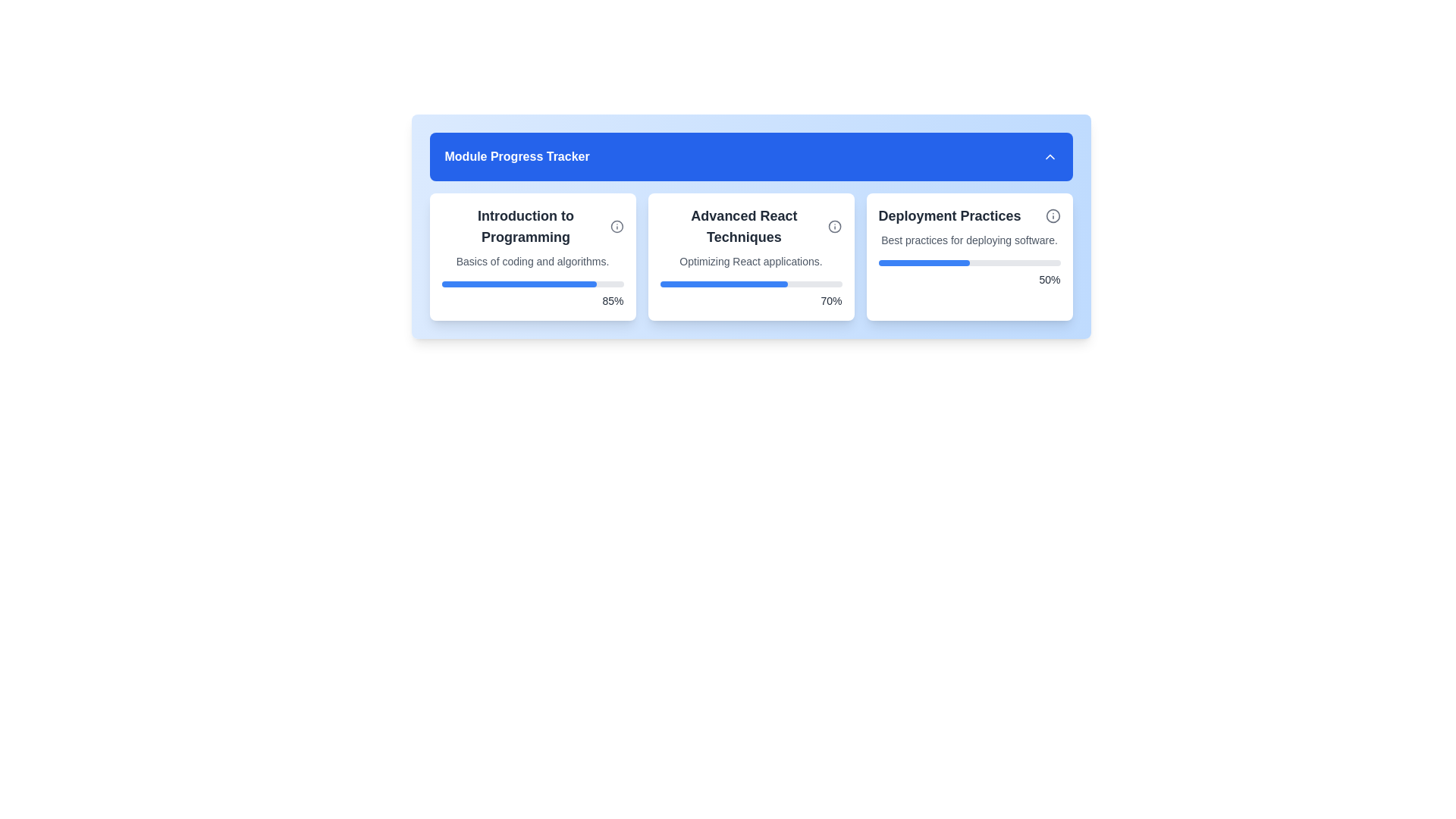 This screenshot has width=1456, height=819. Describe the element at coordinates (751, 227) in the screenshot. I see `the 'Advanced React Techniques' header, which is a bold-font text element centered at the top of the middle card in a three-card sequence` at that location.